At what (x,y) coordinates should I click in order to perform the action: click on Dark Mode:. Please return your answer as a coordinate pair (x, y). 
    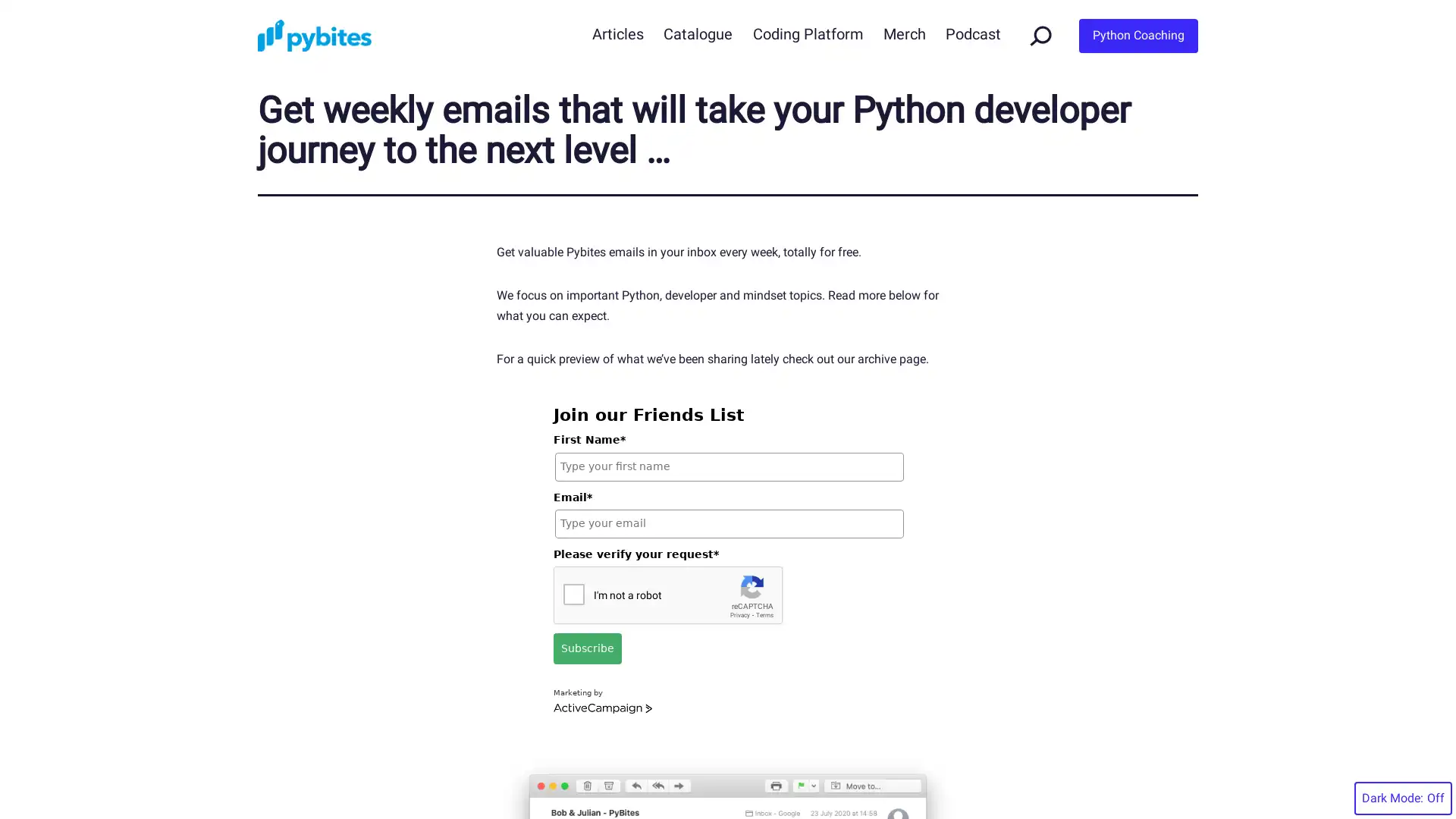
    Looking at the image, I should click on (1402, 798).